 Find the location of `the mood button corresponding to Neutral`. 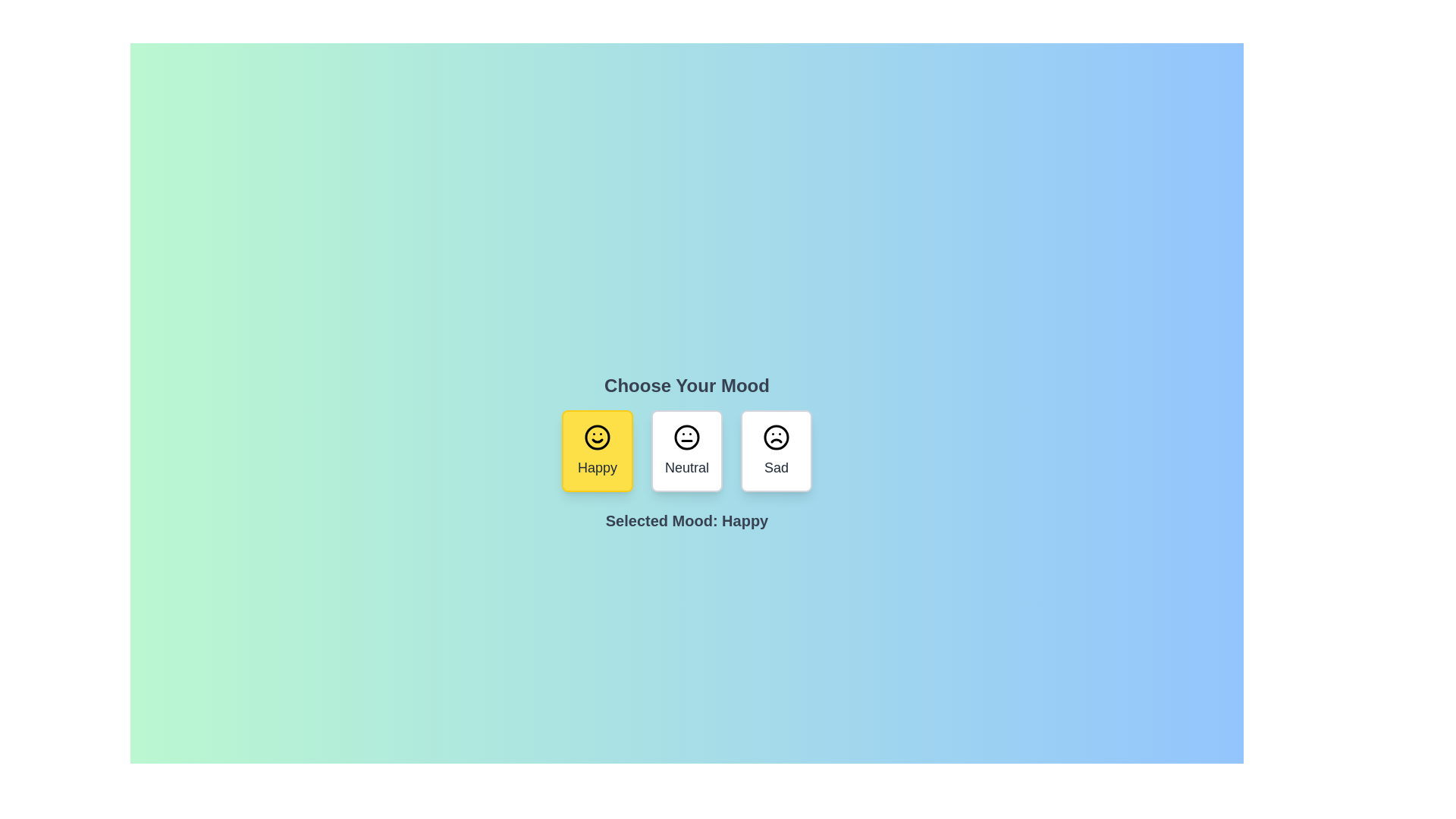

the mood button corresponding to Neutral is located at coordinates (686, 450).